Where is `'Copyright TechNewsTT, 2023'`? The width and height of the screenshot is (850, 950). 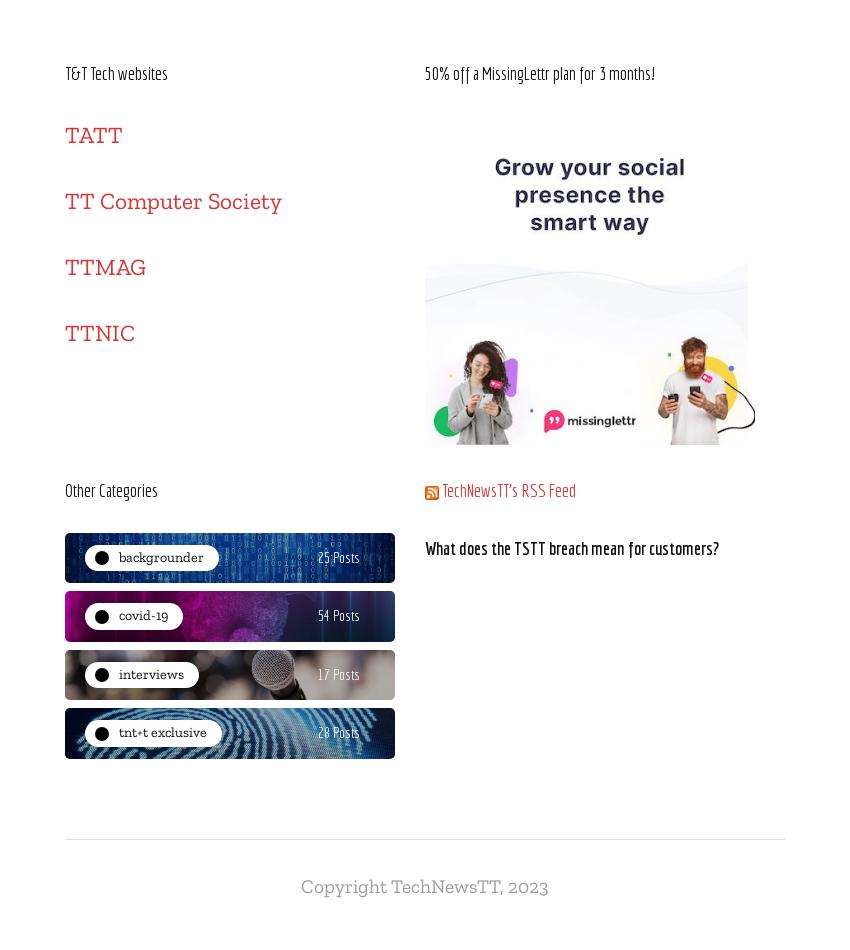
'Copyright TechNewsTT, 2023' is located at coordinates (425, 884).